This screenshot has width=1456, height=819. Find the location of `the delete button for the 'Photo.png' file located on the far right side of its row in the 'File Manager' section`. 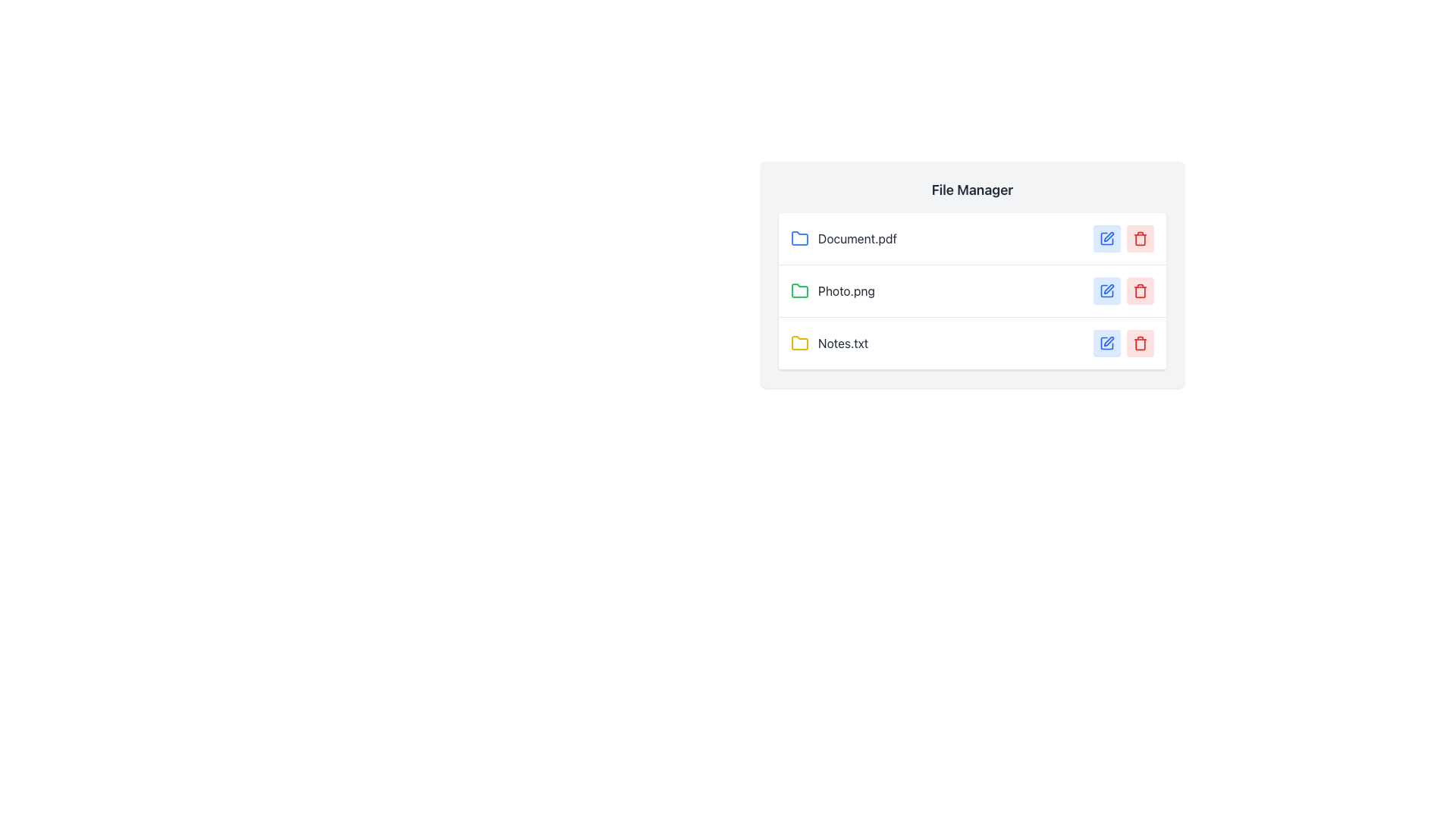

the delete button for the 'Photo.png' file located on the far right side of its row in the 'File Manager' section is located at coordinates (1140, 291).